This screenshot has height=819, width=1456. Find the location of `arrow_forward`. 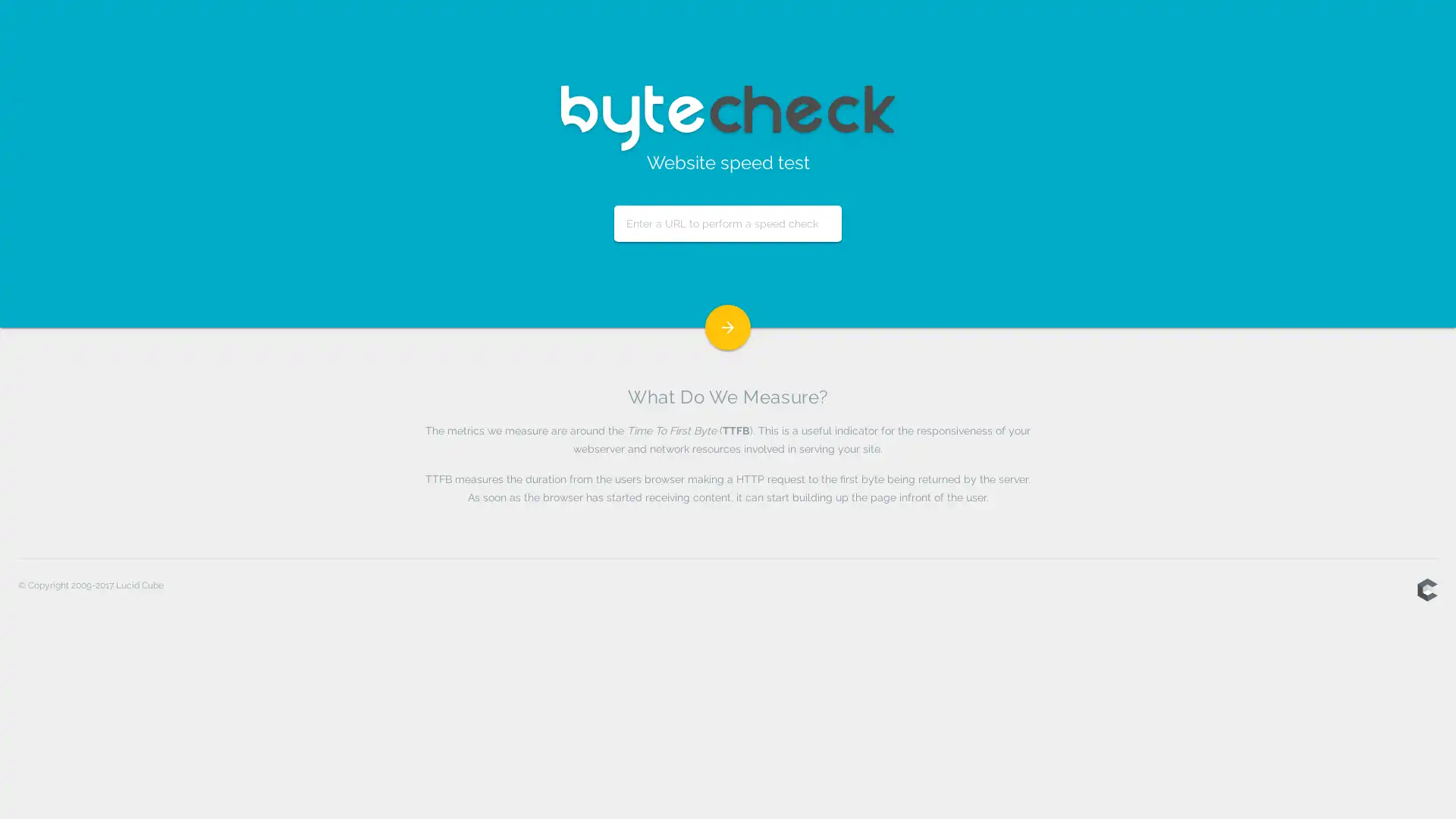

arrow_forward is located at coordinates (728, 327).